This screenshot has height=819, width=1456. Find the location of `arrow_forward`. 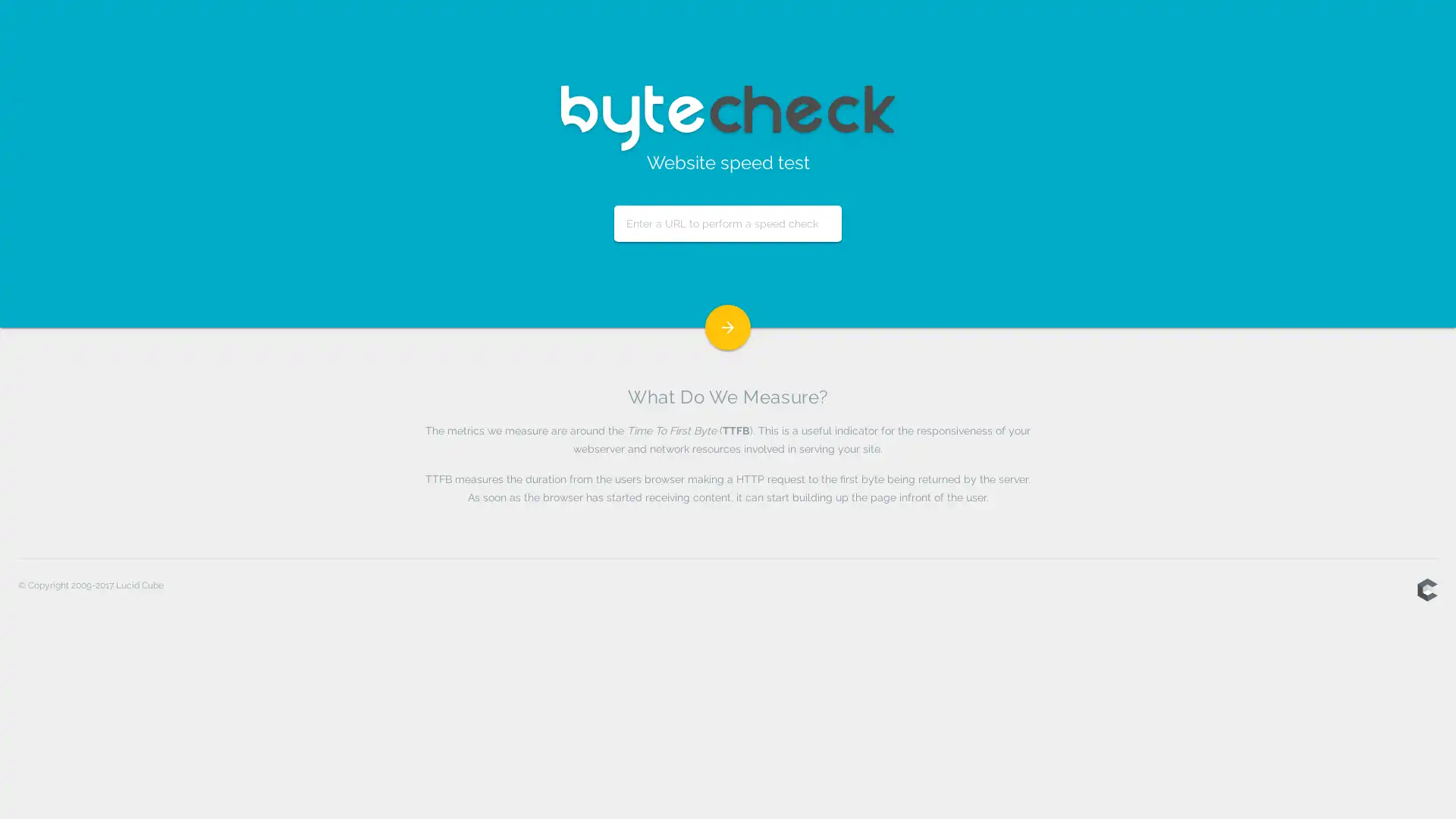

arrow_forward is located at coordinates (728, 327).